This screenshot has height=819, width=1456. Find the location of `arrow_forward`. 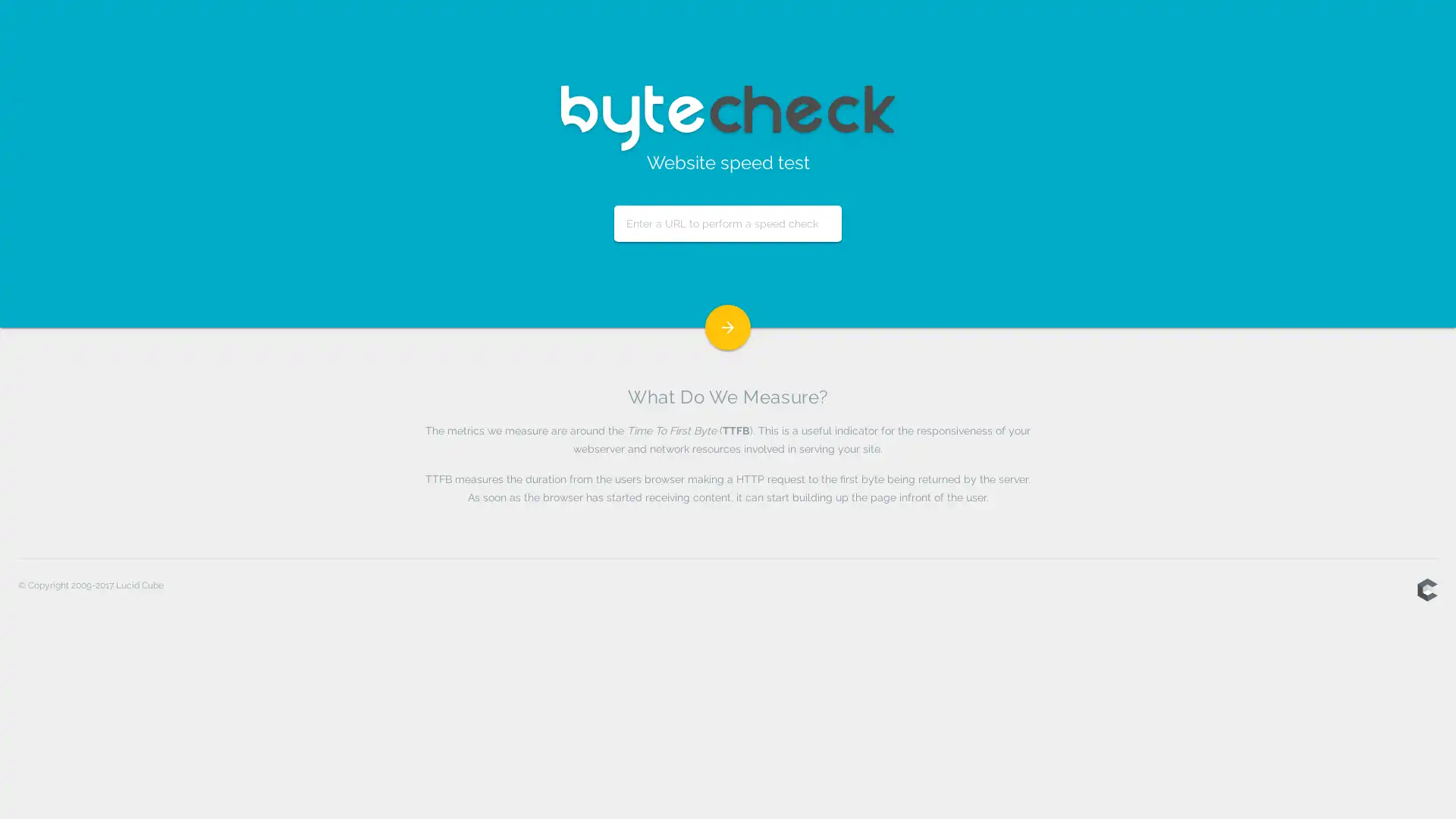

arrow_forward is located at coordinates (728, 327).